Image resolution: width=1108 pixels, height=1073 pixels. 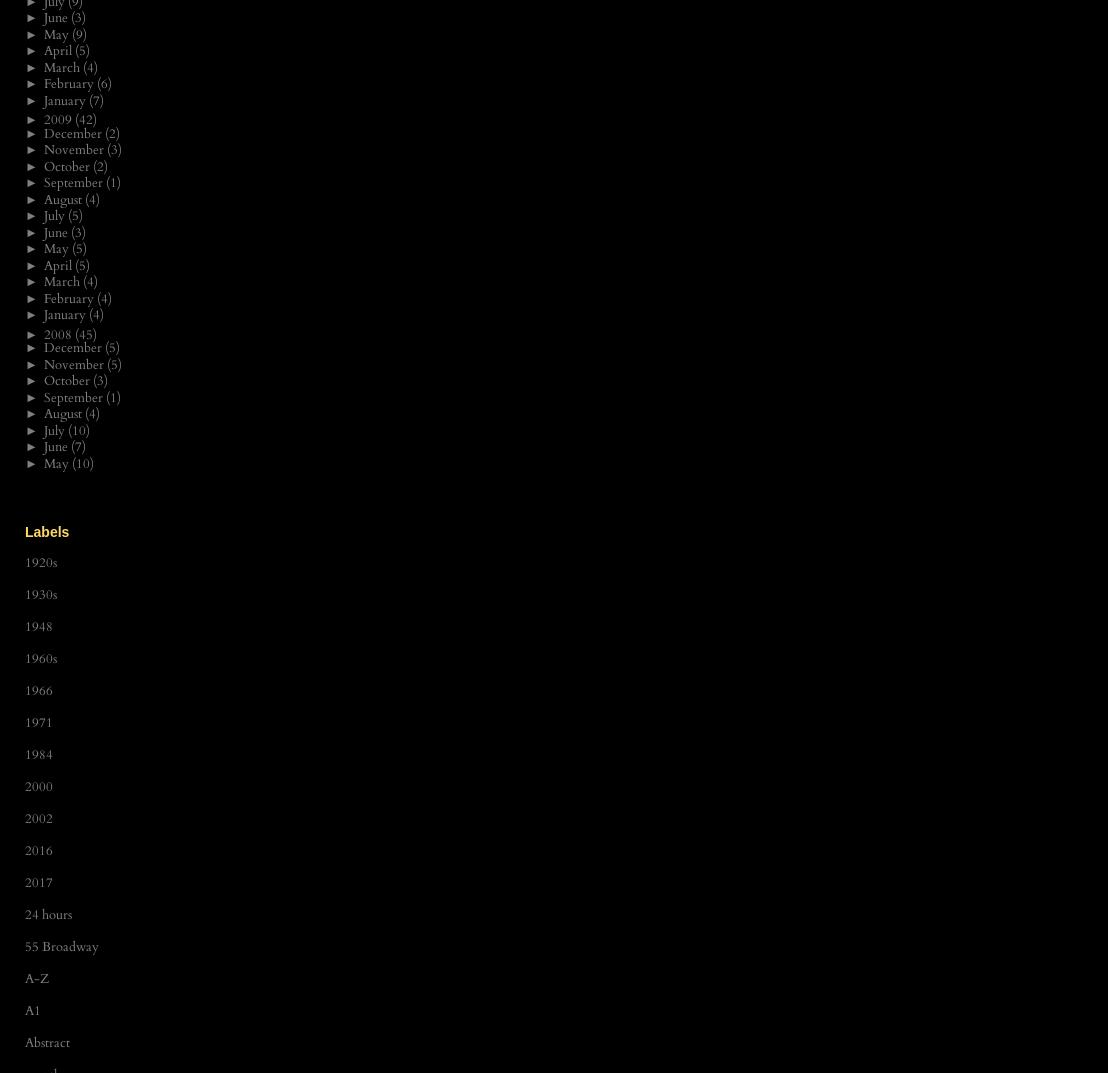 What do you see at coordinates (40, 562) in the screenshot?
I see `'1920s'` at bounding box center [40, 562].